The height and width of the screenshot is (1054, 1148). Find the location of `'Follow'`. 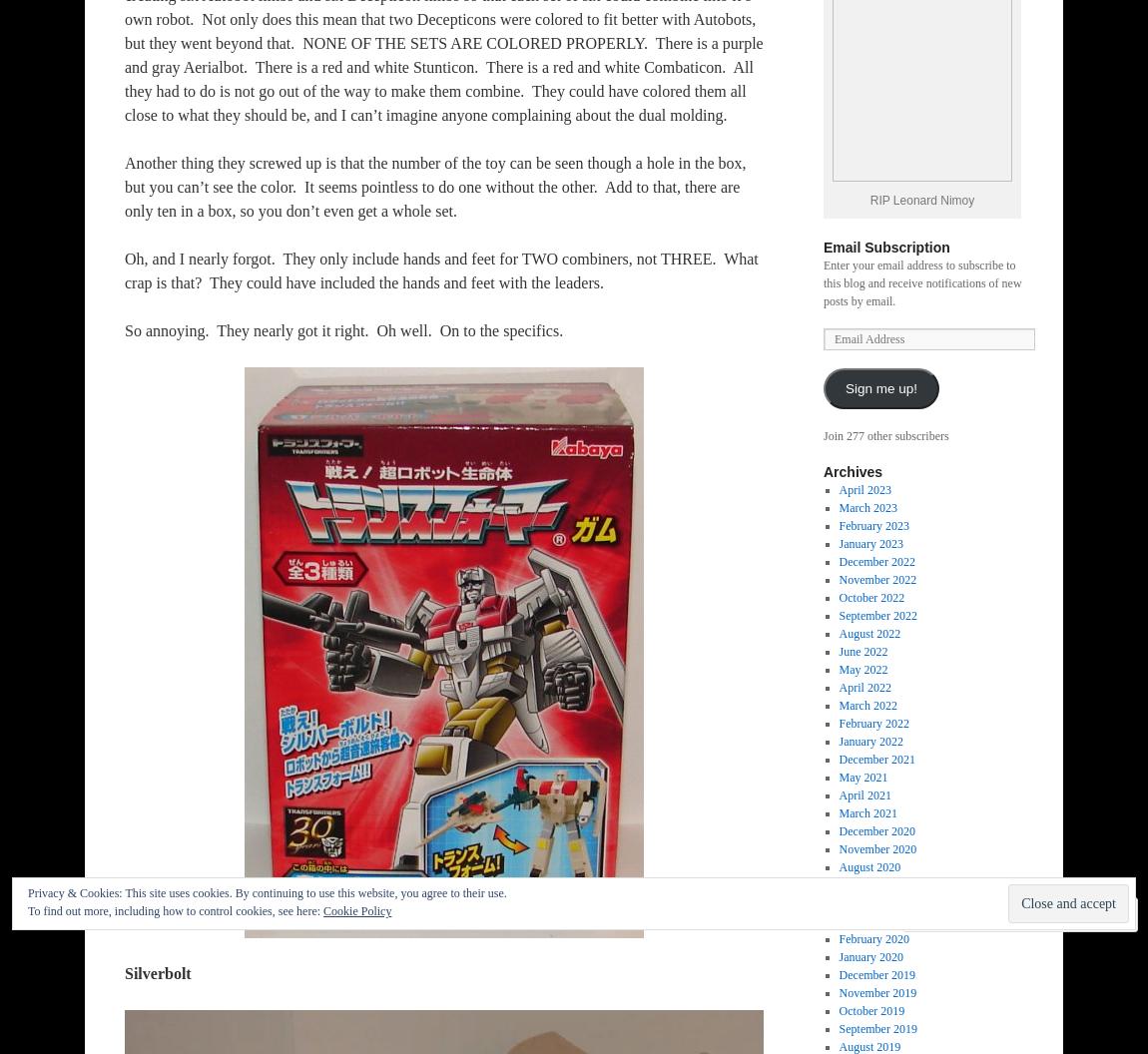

'Follow' is located at coordinates (1067, 913).